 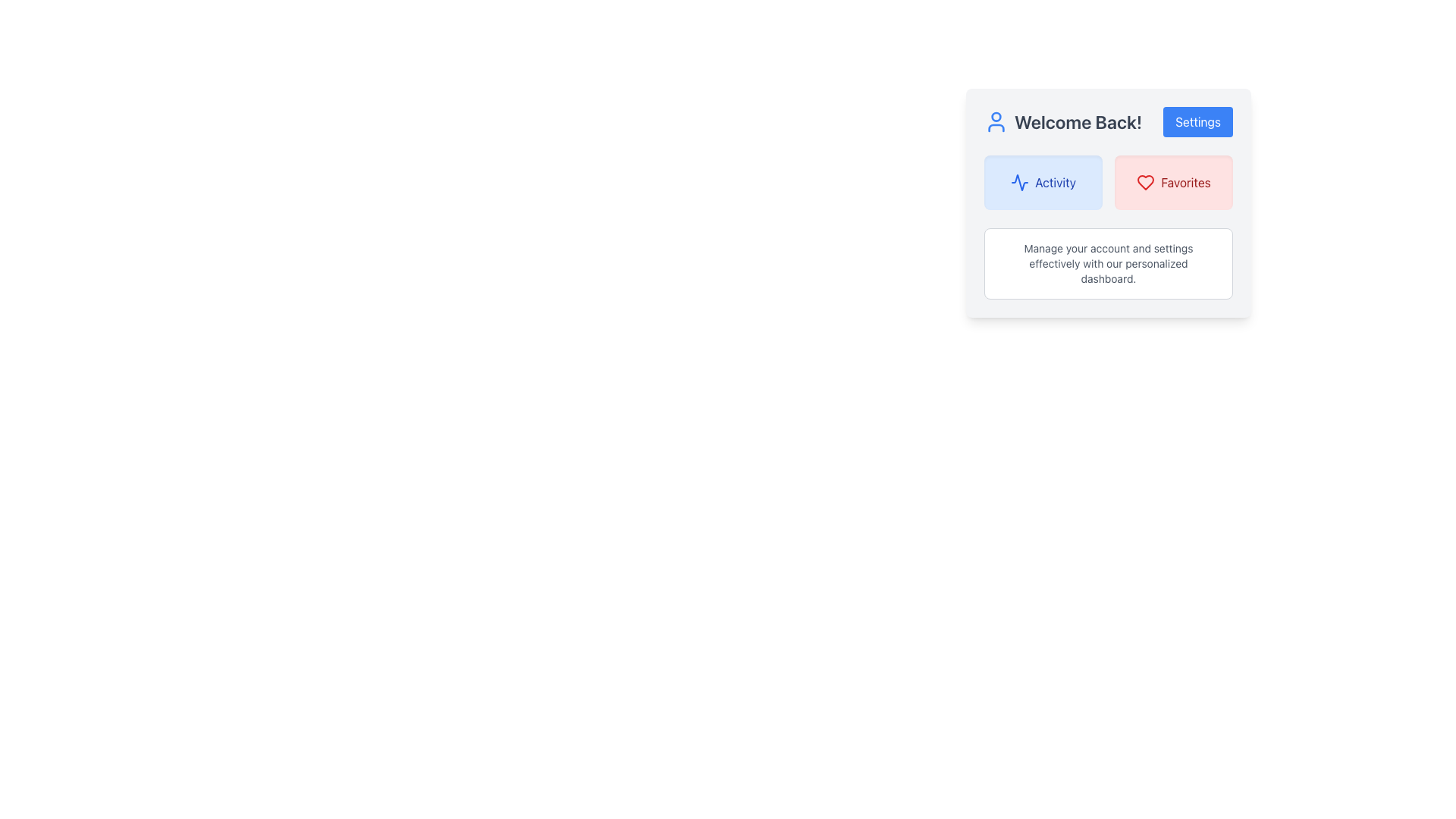 I want to click on the decorative circular graphic element located at the top-left section of the user profile icon, which is part of the greeting card interface, so click(x=996, y=116).